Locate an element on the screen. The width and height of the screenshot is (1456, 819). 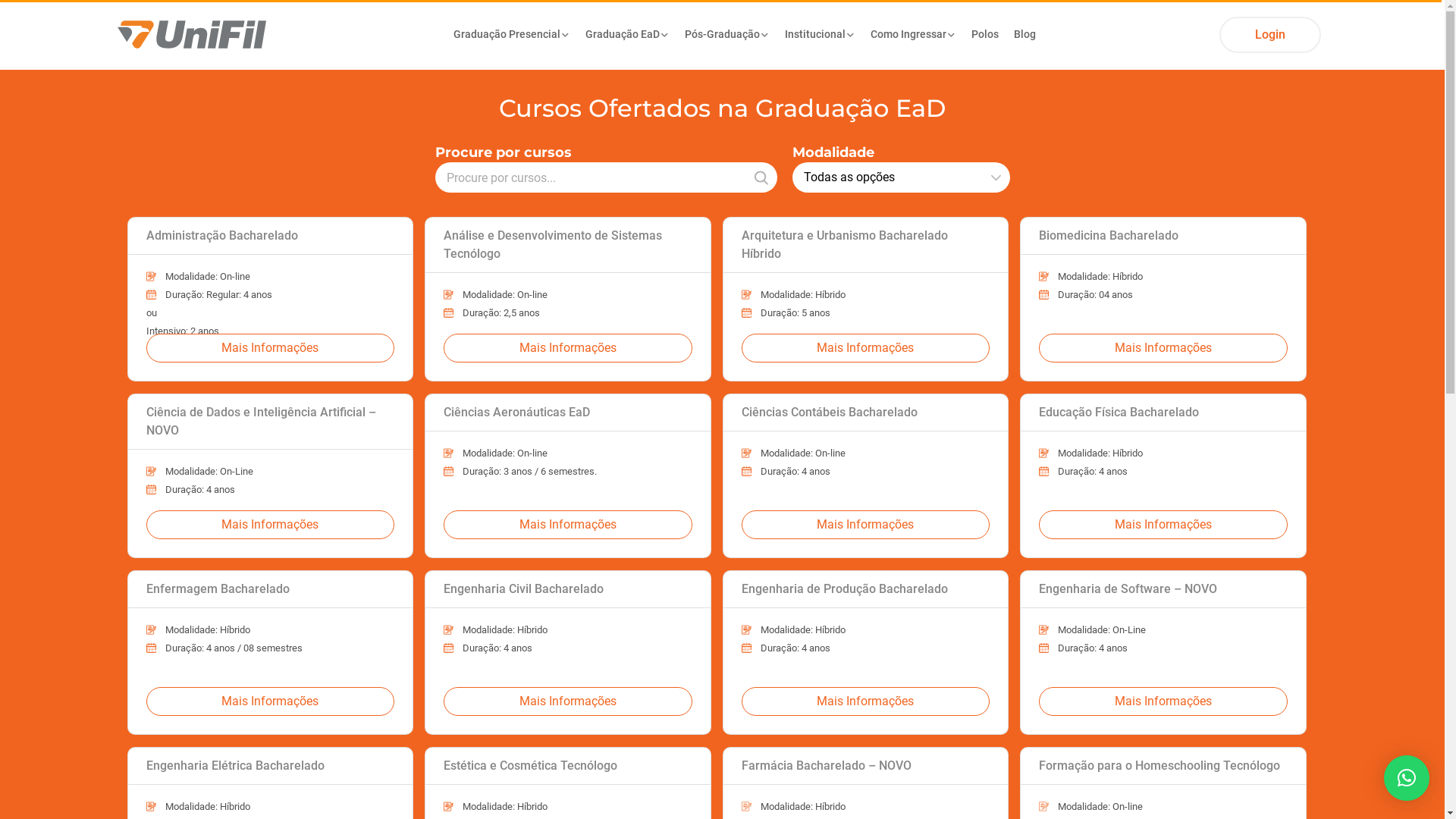
'Biomedicina Bacharelado' is located at coordinates (1163, 236).